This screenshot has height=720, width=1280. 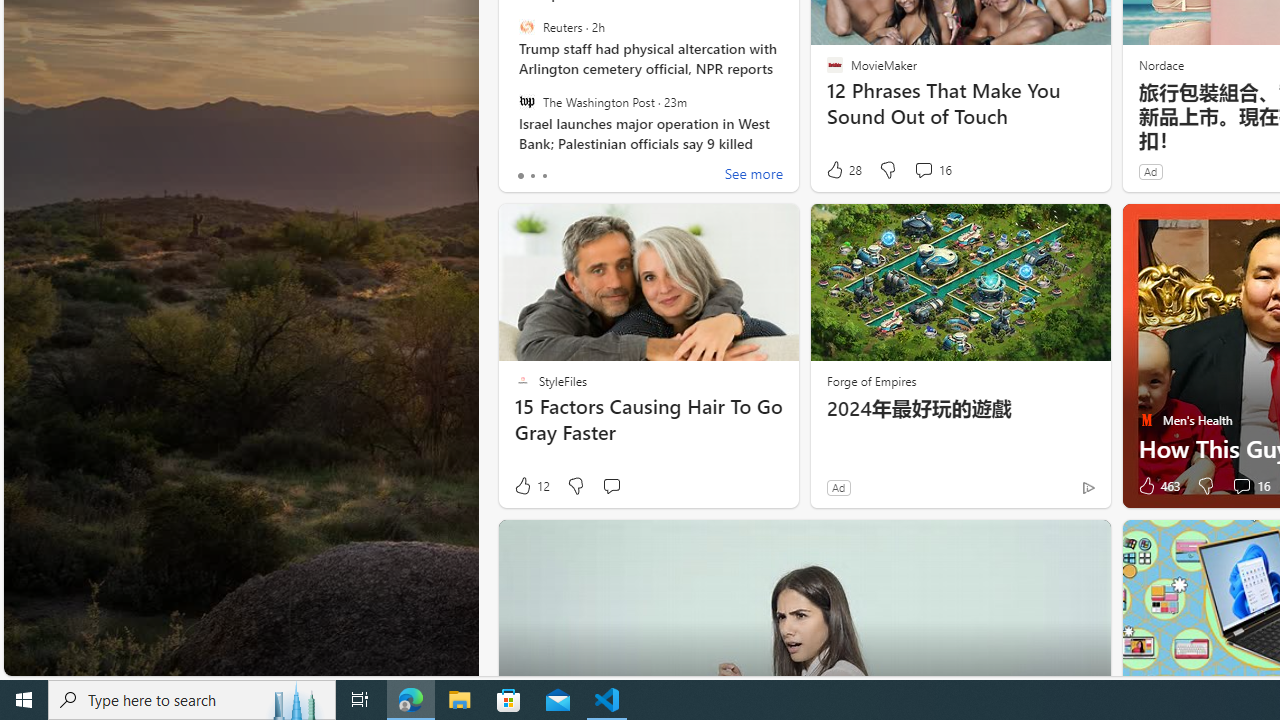 What do you see at coordinates (526, 27) in the screenshot?
I see `'Reuters'` at bounding box center [526, 27].